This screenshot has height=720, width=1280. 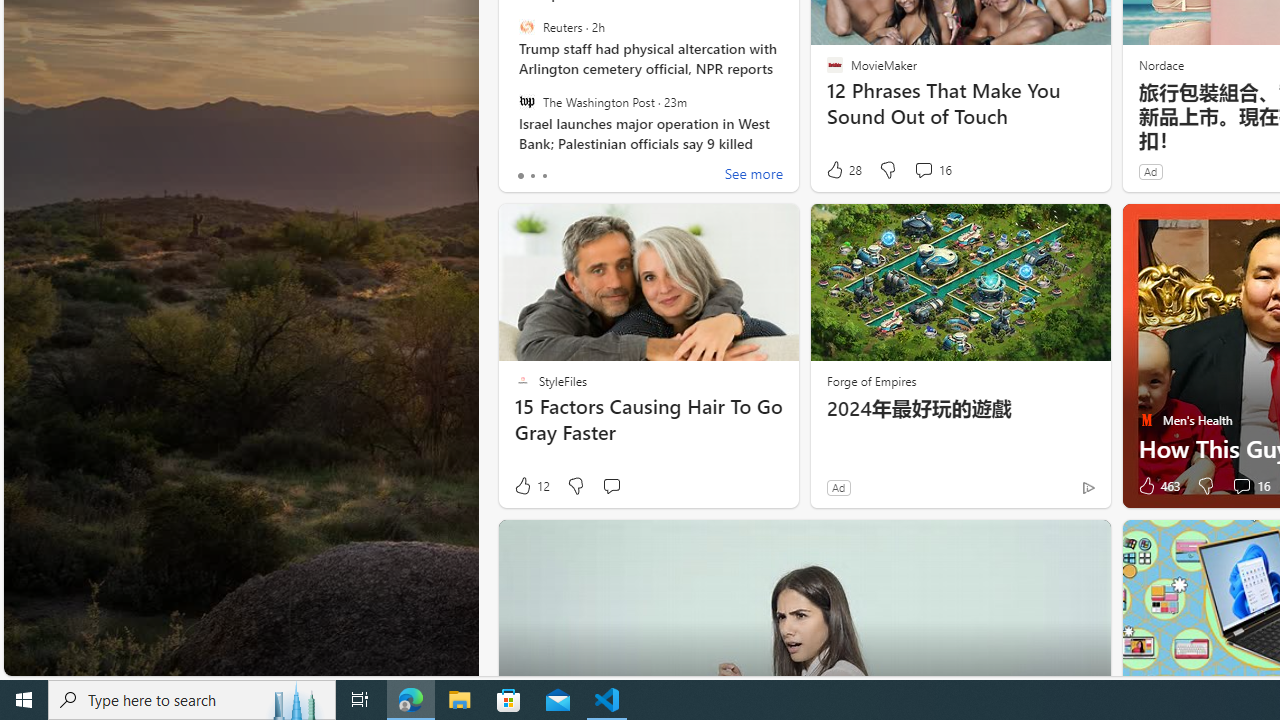 What do you see at coordinates (526, 27) in the screenshot?
I see `'Reuters'` at bounding box center [526, 27].